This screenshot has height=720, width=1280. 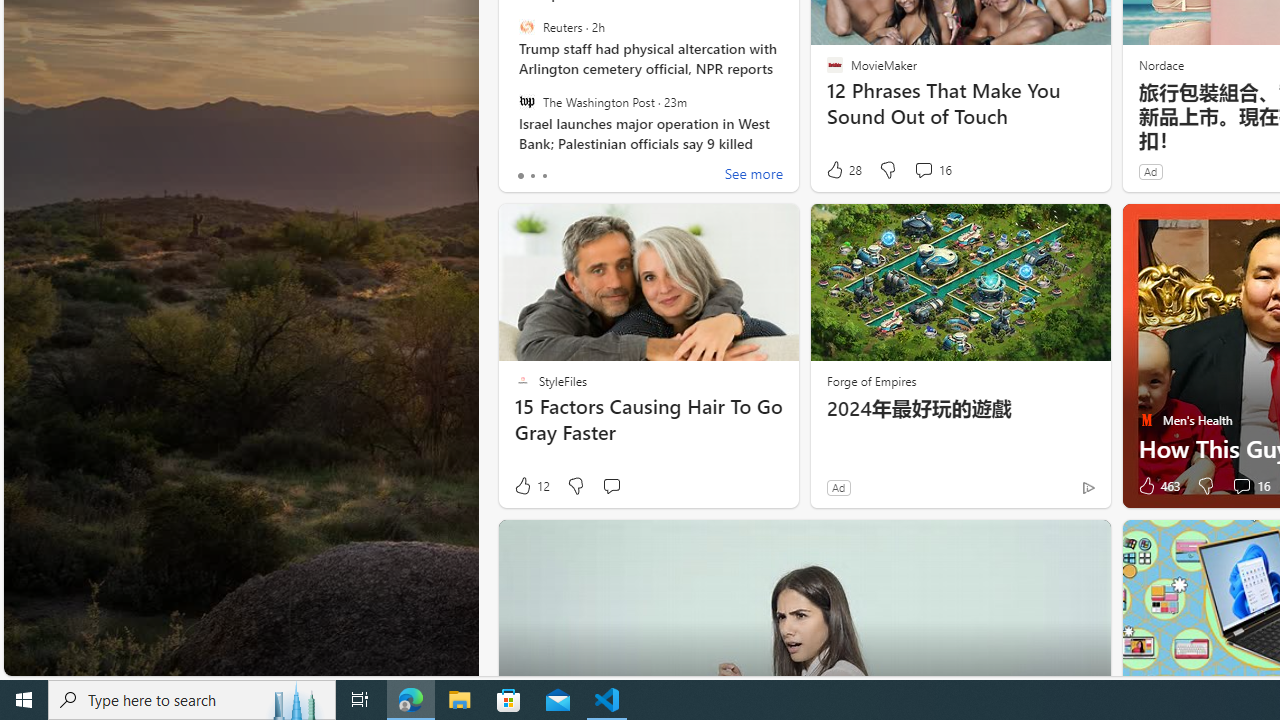 What do you see at coordinates (526, 27) in the screenshot?
I see `'Reuters'` at bounding box center [526, 27].